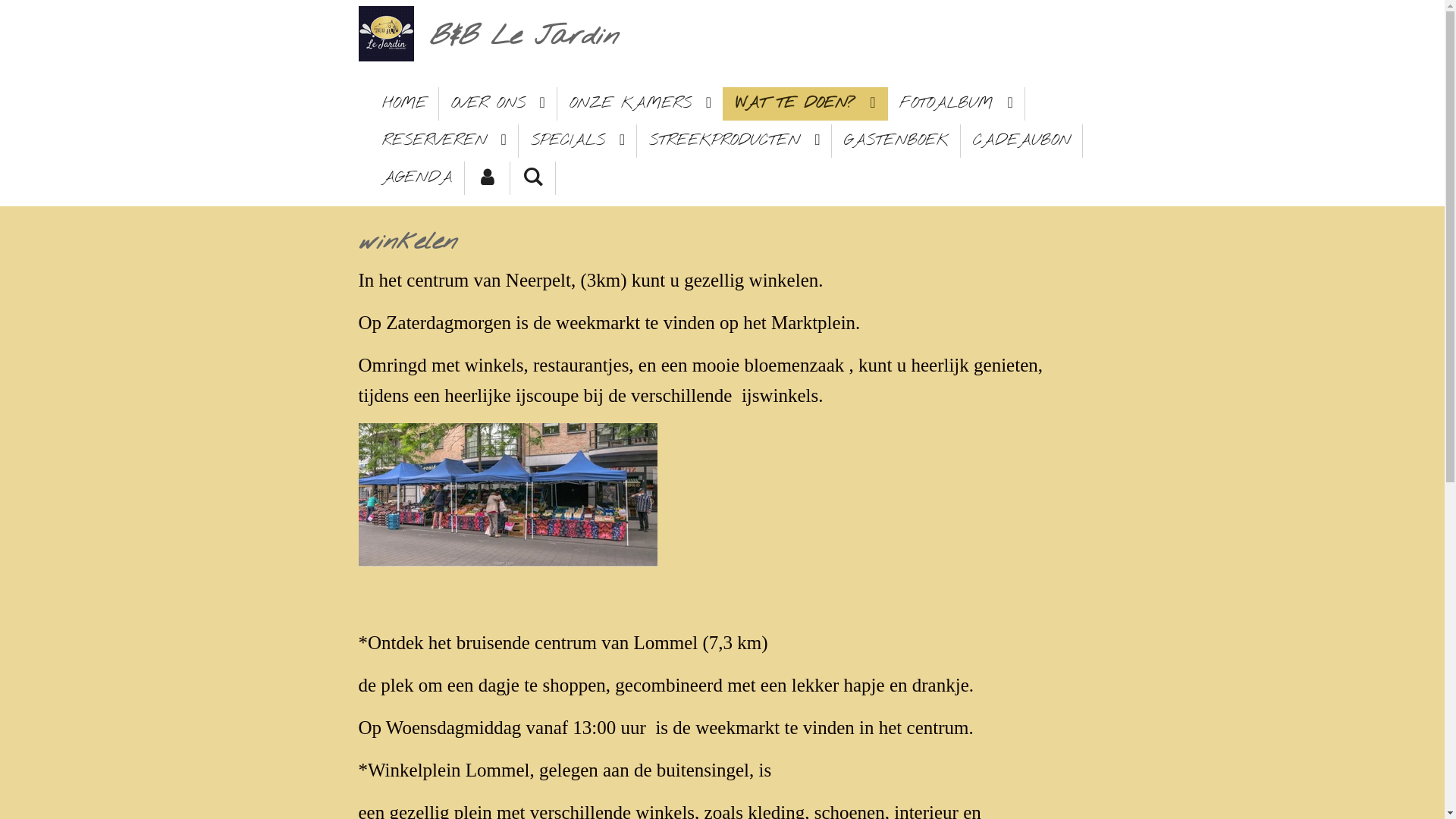  I want to click on 'FOTOALBUM', so click(955, 103).